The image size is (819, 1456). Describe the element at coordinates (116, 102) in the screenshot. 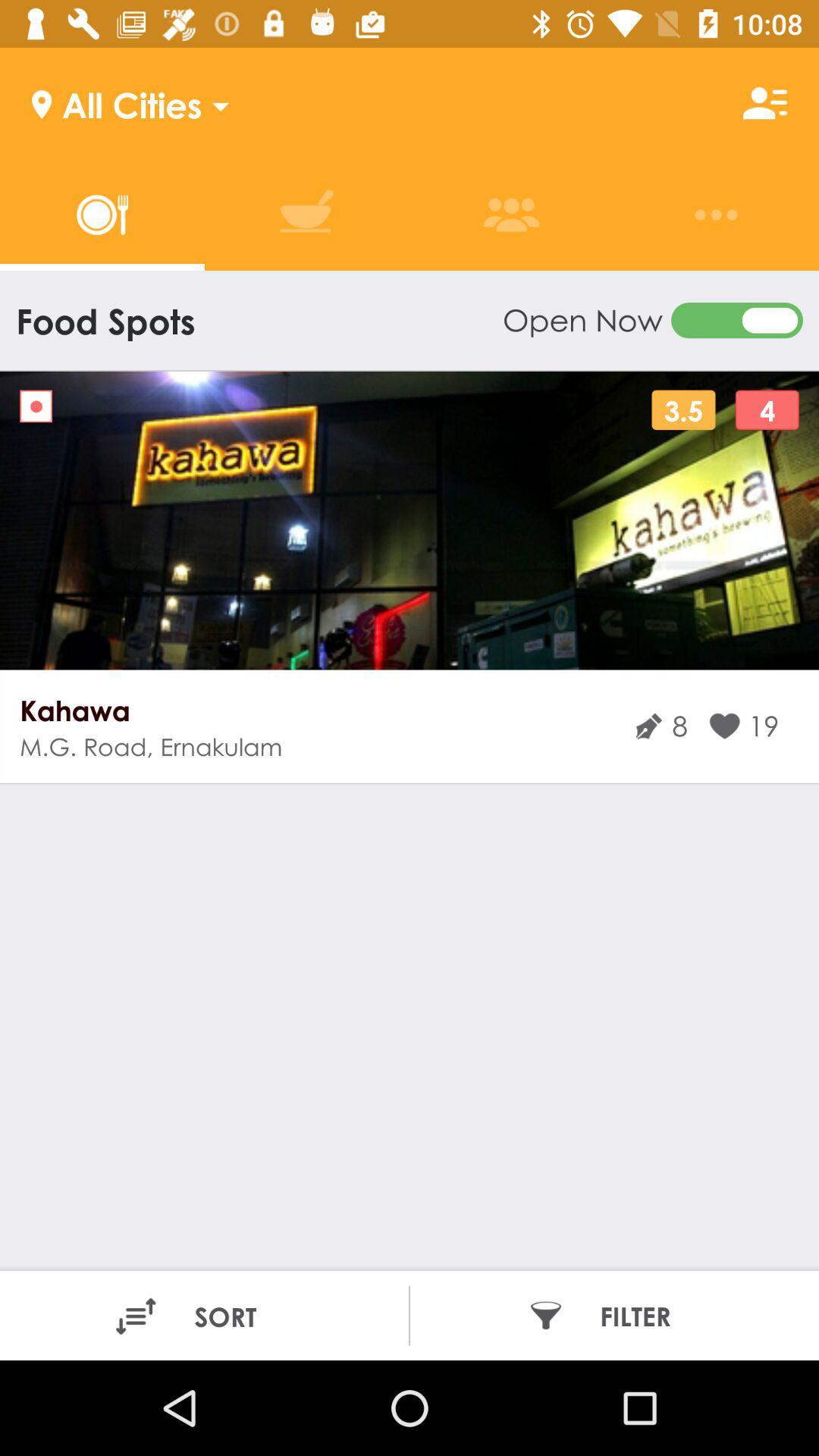

I see `text all cities` at that location.